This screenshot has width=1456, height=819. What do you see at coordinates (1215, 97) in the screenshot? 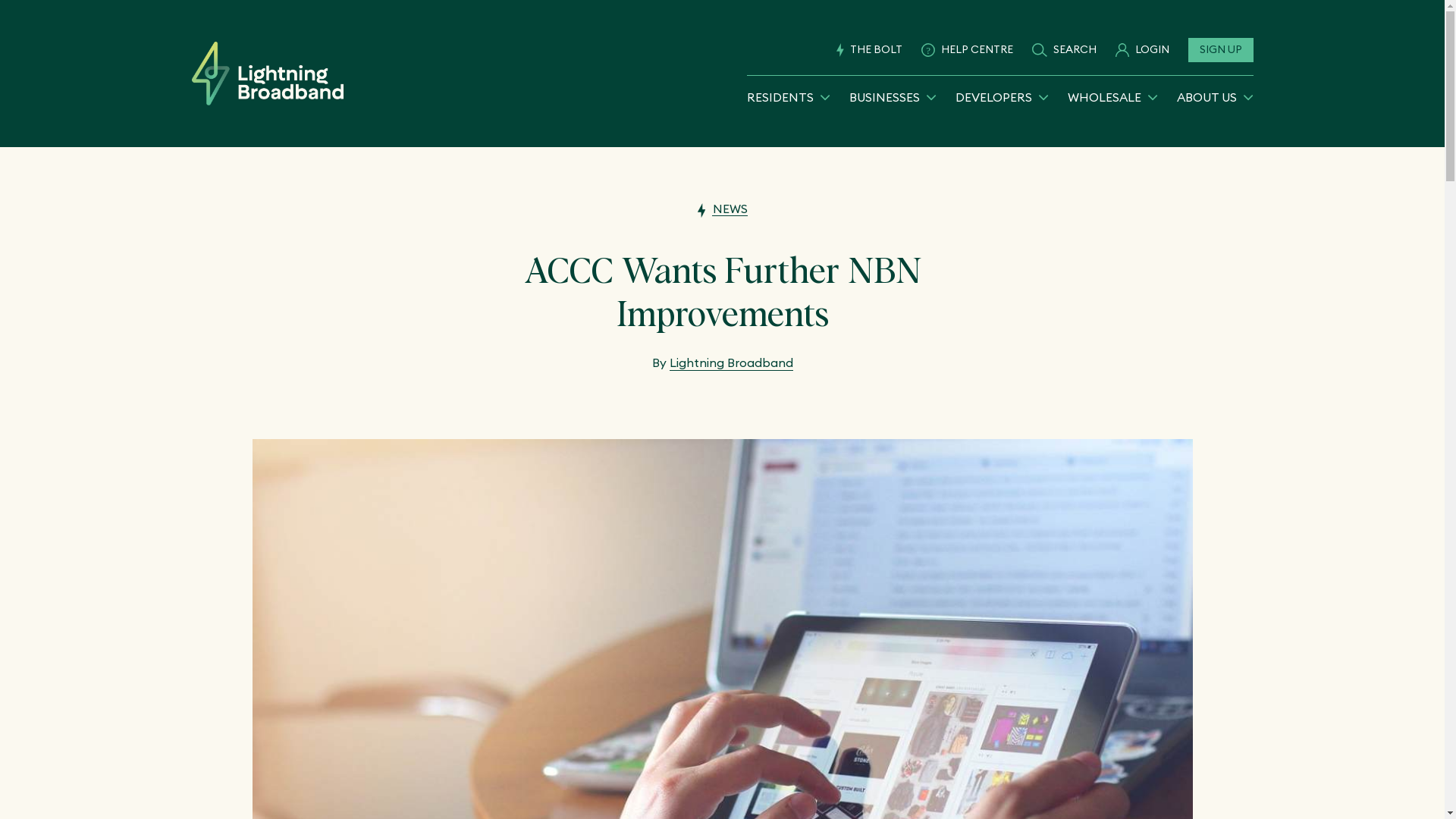
I see `'ABOUT US'` at bounding box center [1215, 97].